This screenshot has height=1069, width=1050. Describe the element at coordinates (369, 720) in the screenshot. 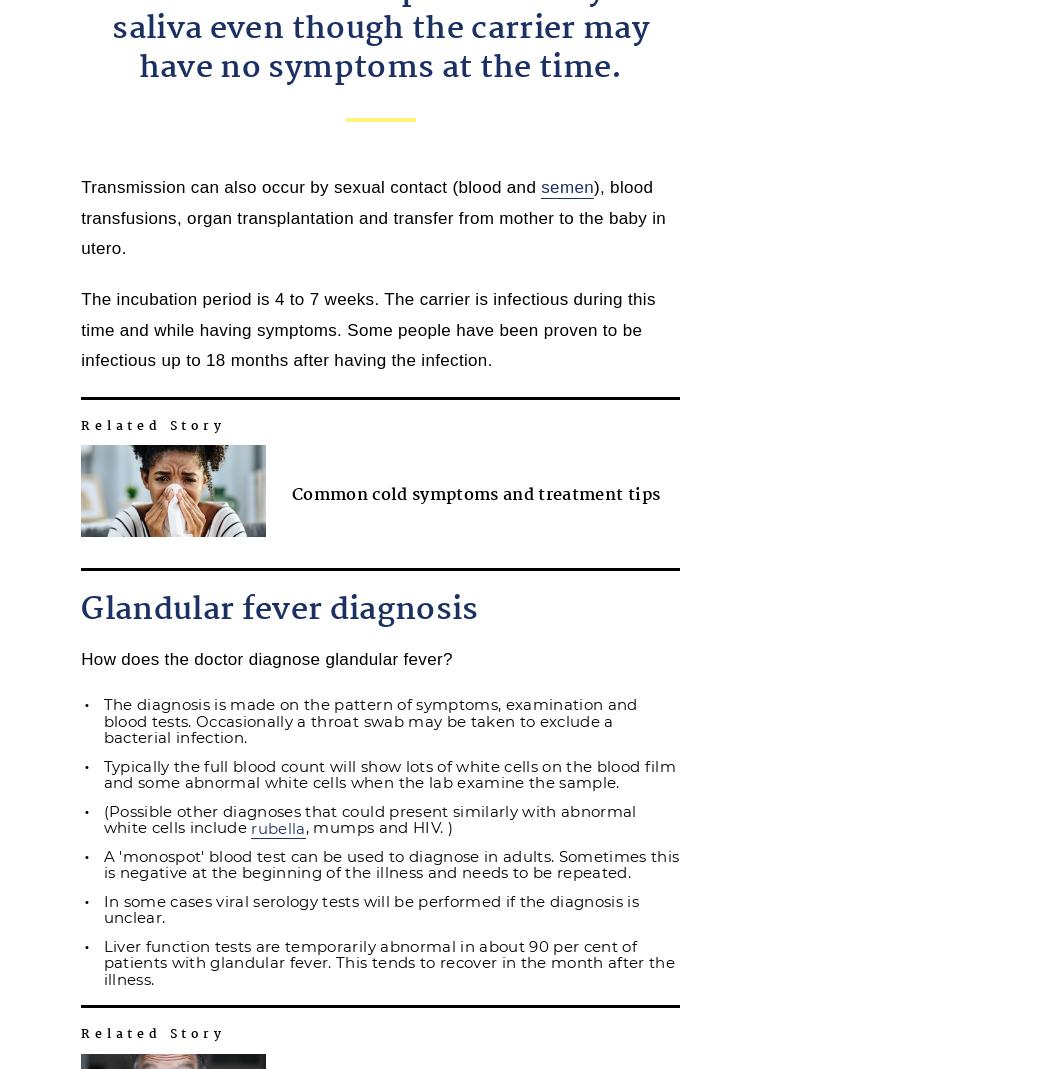

I see `'The diagnosis is made on the pattern of symptoms, examination and blood tests.  Occasionally a throat swab may be taken to exclude a bacterial infection.'` at that location.